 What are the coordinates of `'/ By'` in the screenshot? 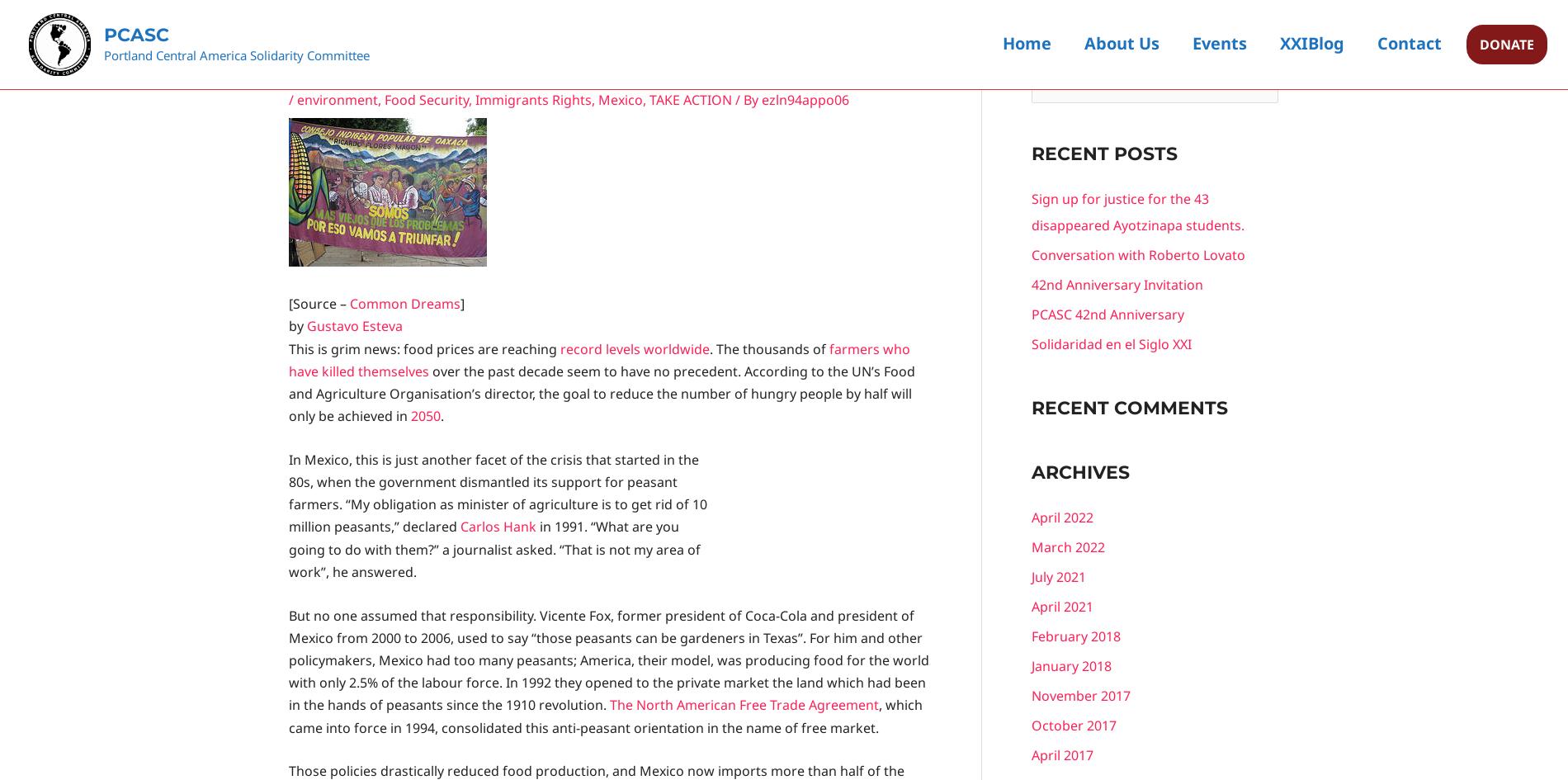 It's located at (745, 98).